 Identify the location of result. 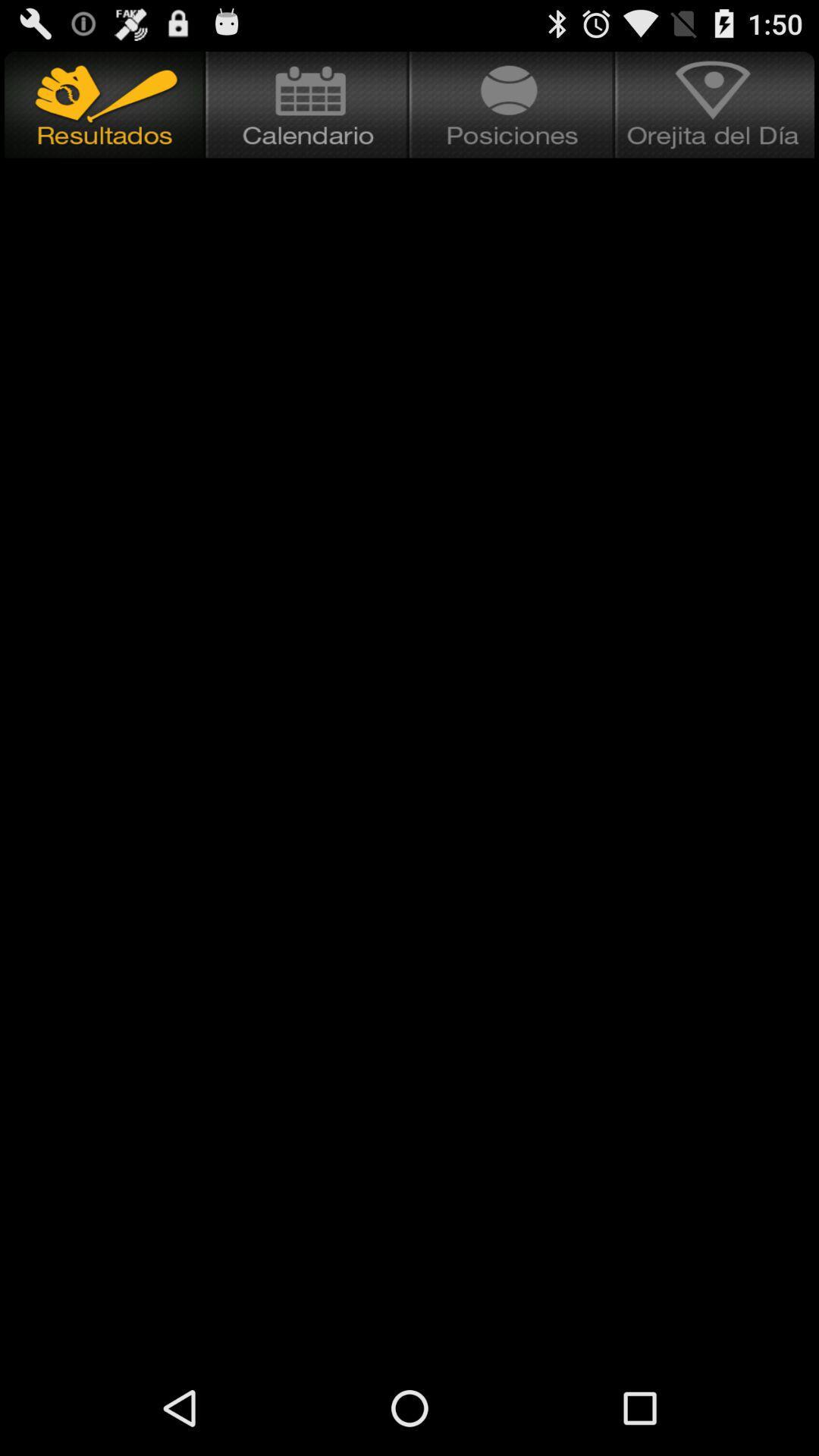
(102, 104).